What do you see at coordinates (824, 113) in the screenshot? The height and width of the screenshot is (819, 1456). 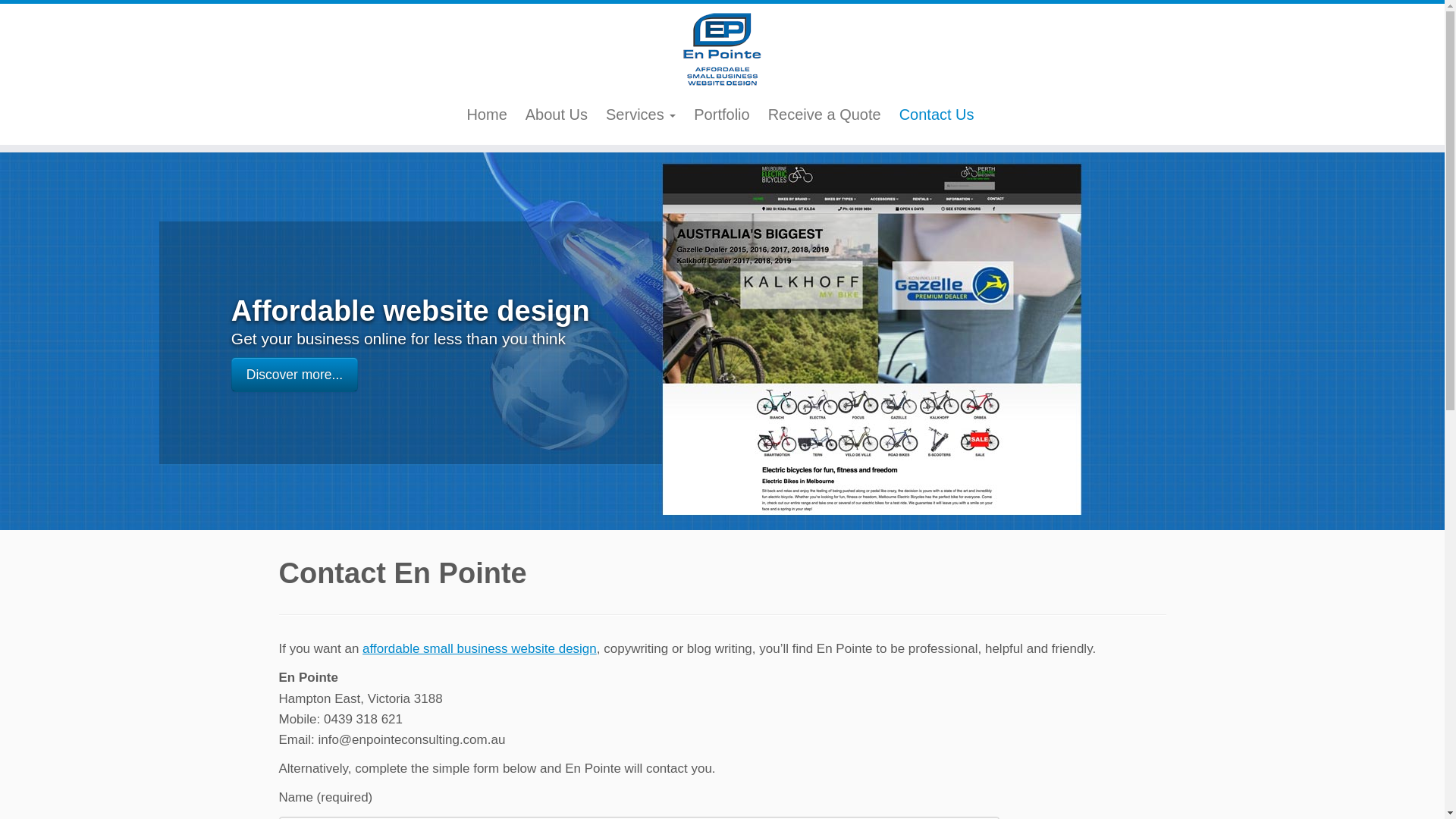 I see `'Receive a Quote'` at bounding box center [824, 113].